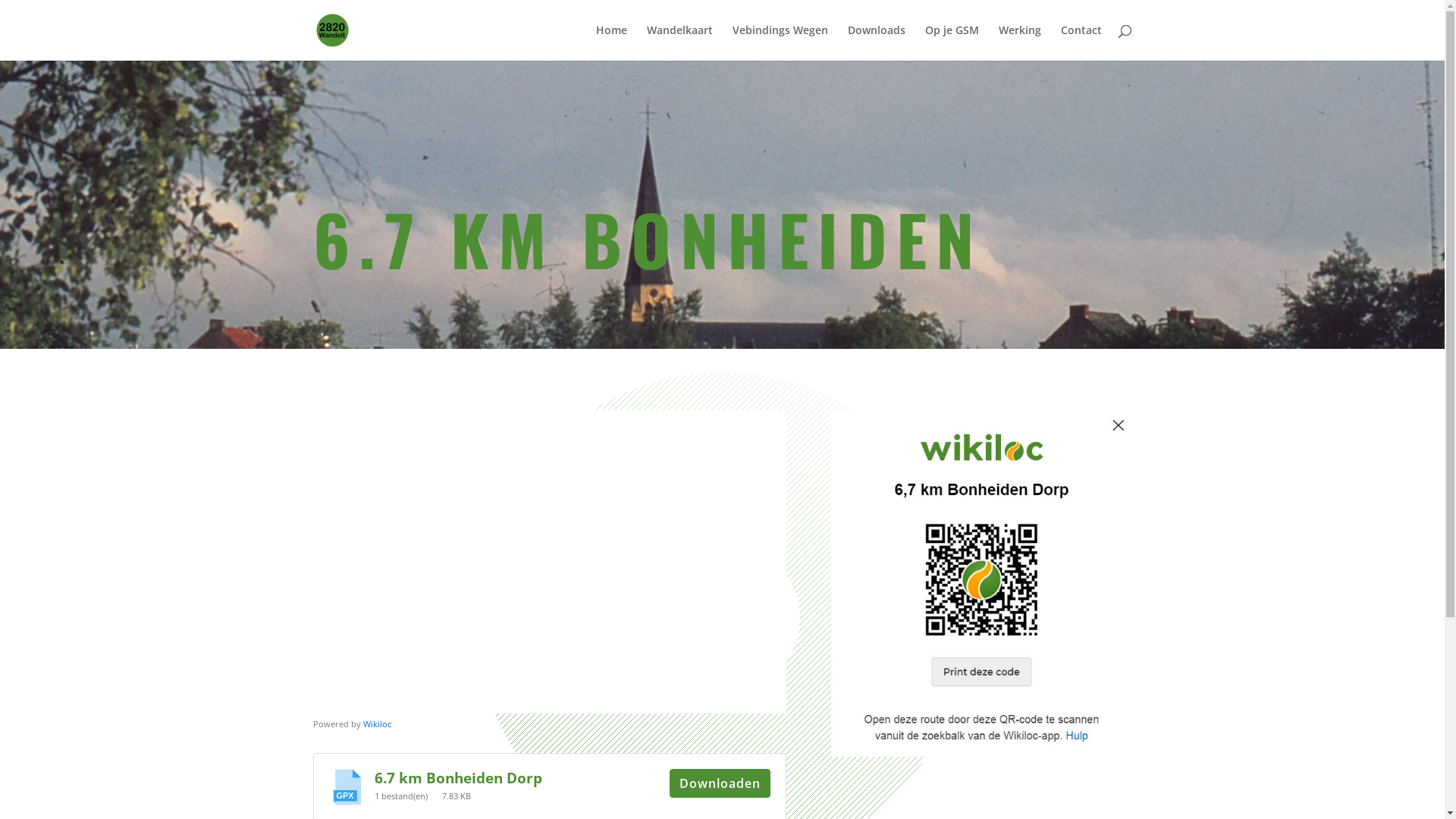 The width and height of the screenshot is (1456, 819). I want to click on 'Wandelkaart', so click(678, 42).